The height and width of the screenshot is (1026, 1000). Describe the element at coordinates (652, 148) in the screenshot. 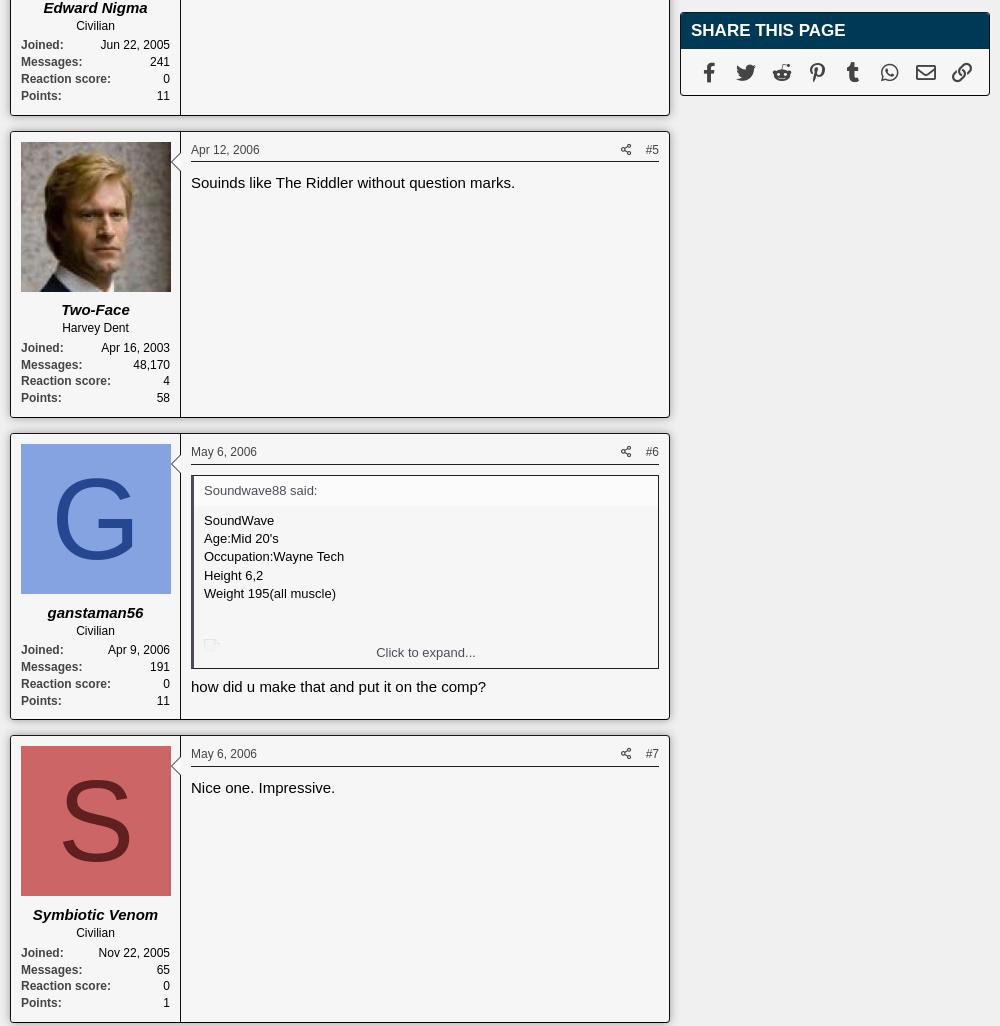

I see `'#5'` at that location.